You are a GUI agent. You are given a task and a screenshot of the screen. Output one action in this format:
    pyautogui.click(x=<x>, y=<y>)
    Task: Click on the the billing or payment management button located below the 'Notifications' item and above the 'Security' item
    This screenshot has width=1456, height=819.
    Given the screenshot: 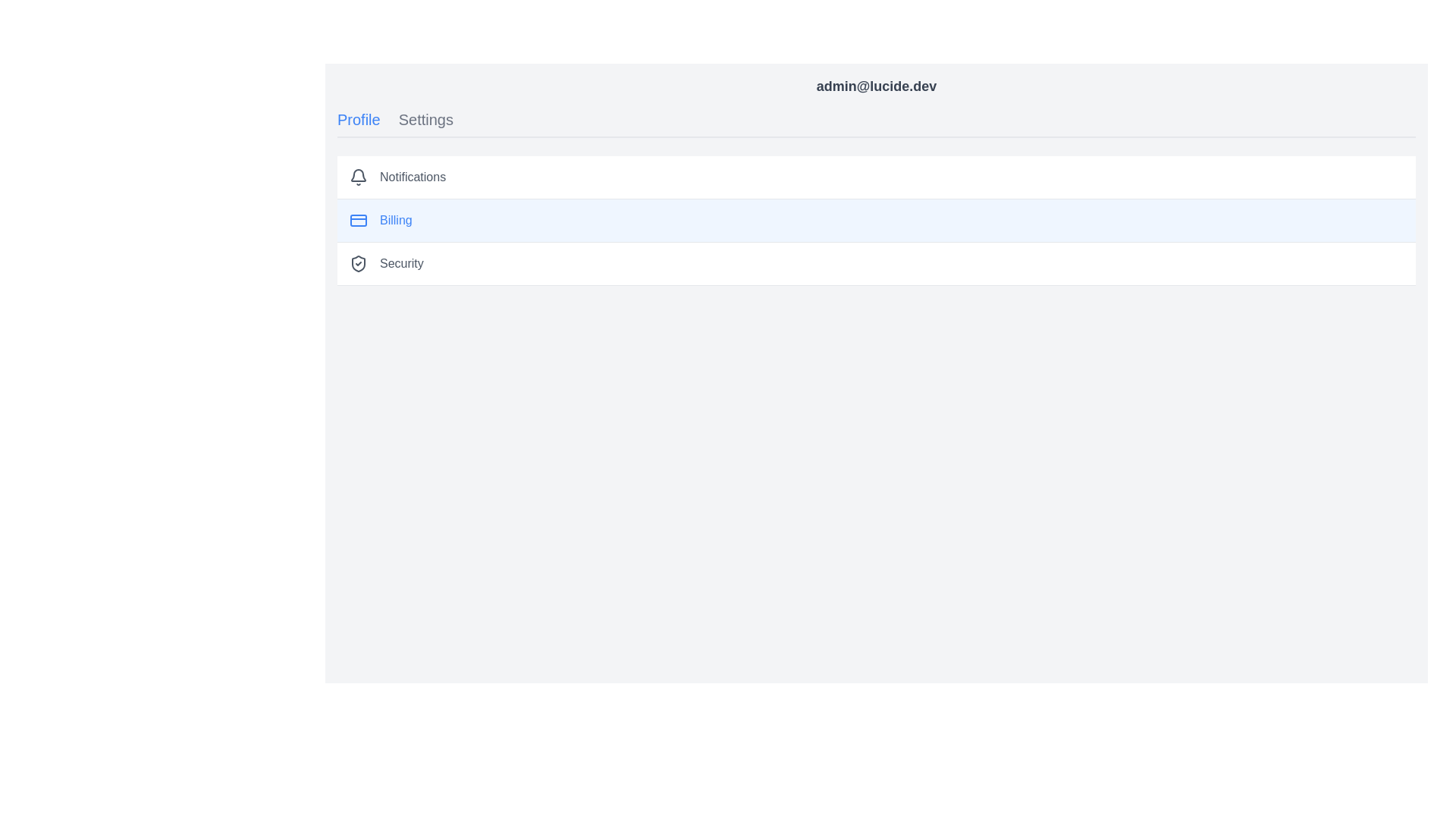 What is the action you would take?
    pyautogui.click(x=877, y=221)
    